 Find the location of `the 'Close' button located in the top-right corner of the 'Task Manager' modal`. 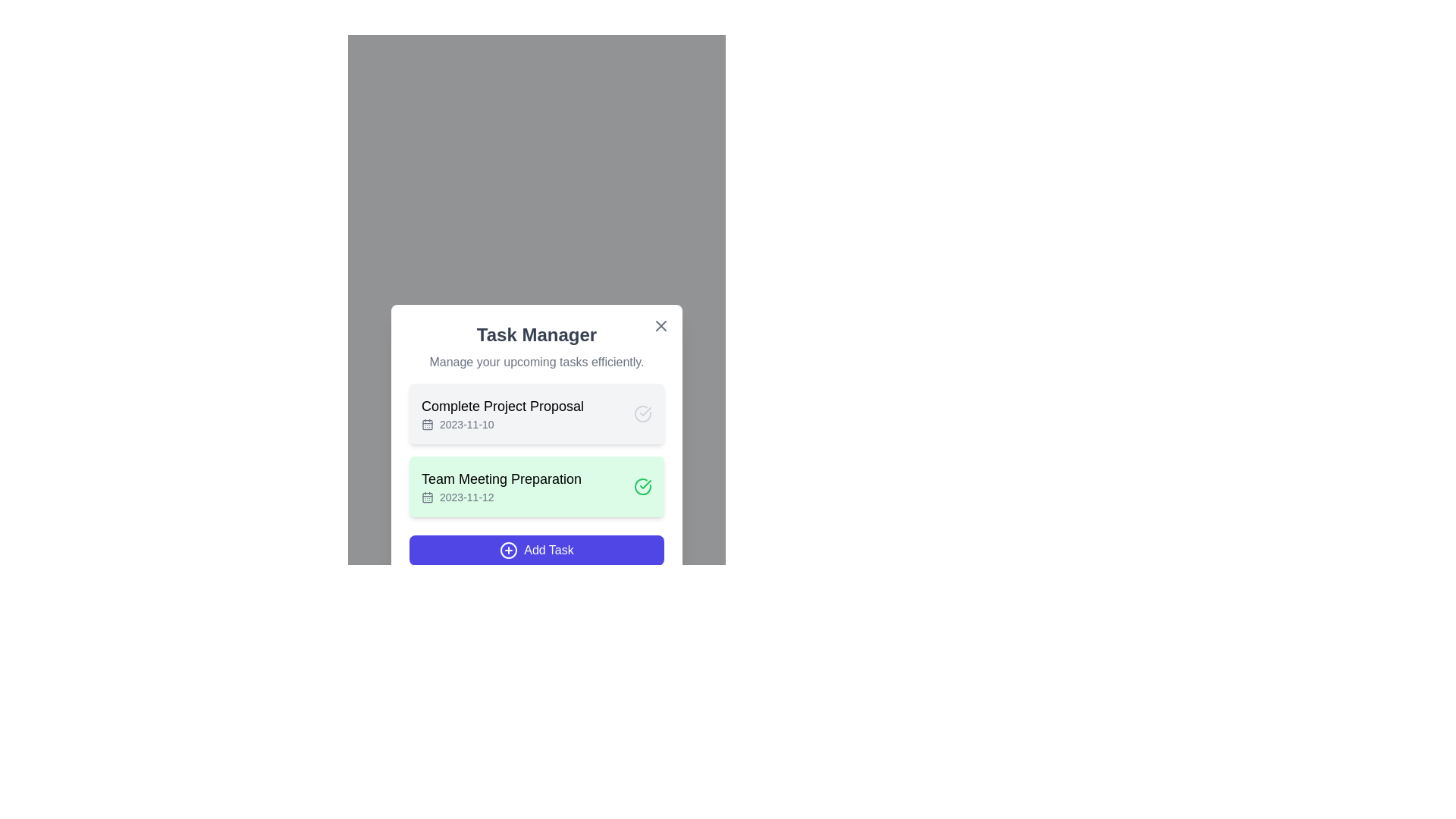

the 'Close' button located in the top-right corner of the 'Task Manager' modal is located at coordinates (661, 325).